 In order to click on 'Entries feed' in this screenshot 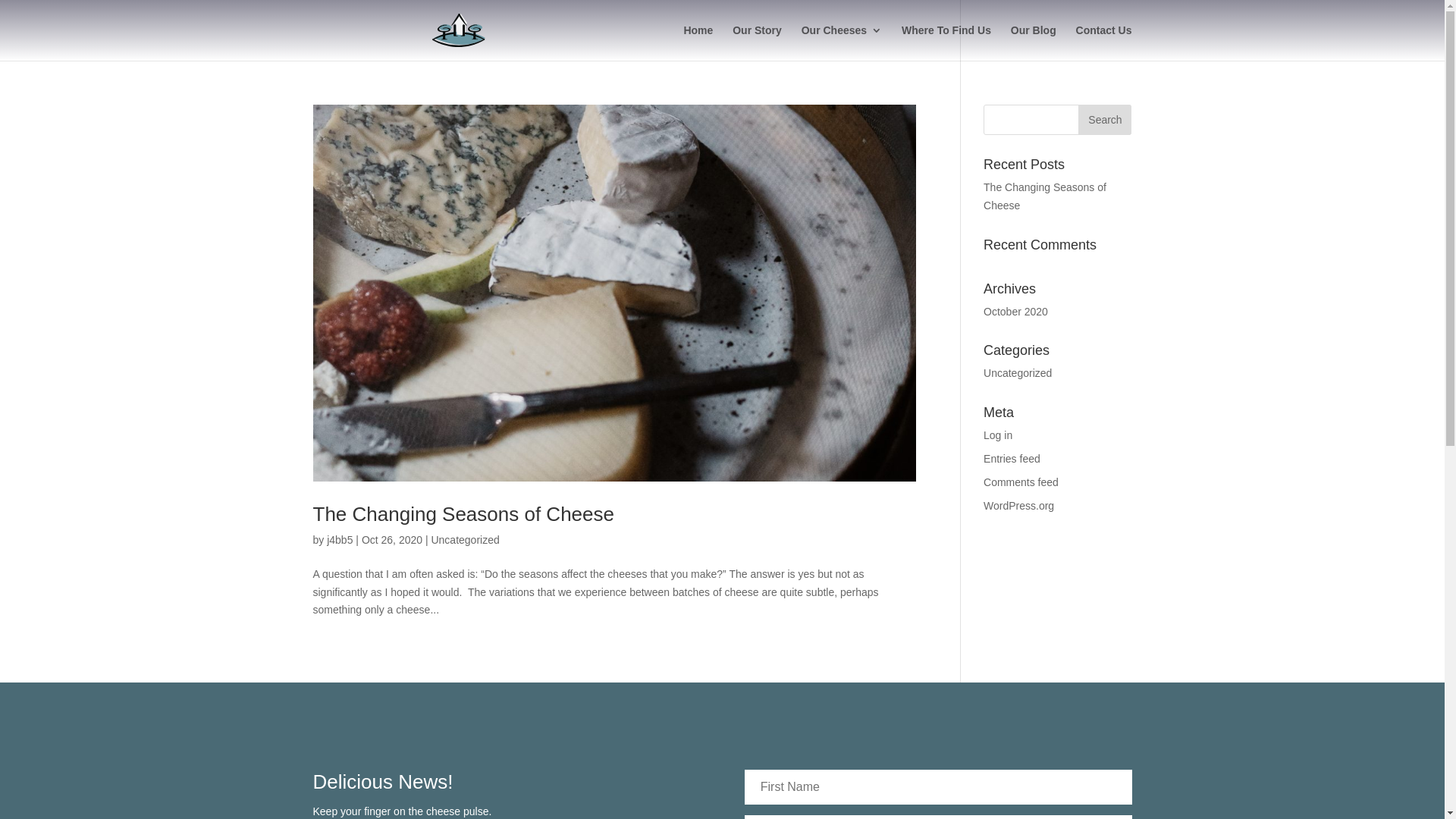, I will do `click(1012, 458)`.